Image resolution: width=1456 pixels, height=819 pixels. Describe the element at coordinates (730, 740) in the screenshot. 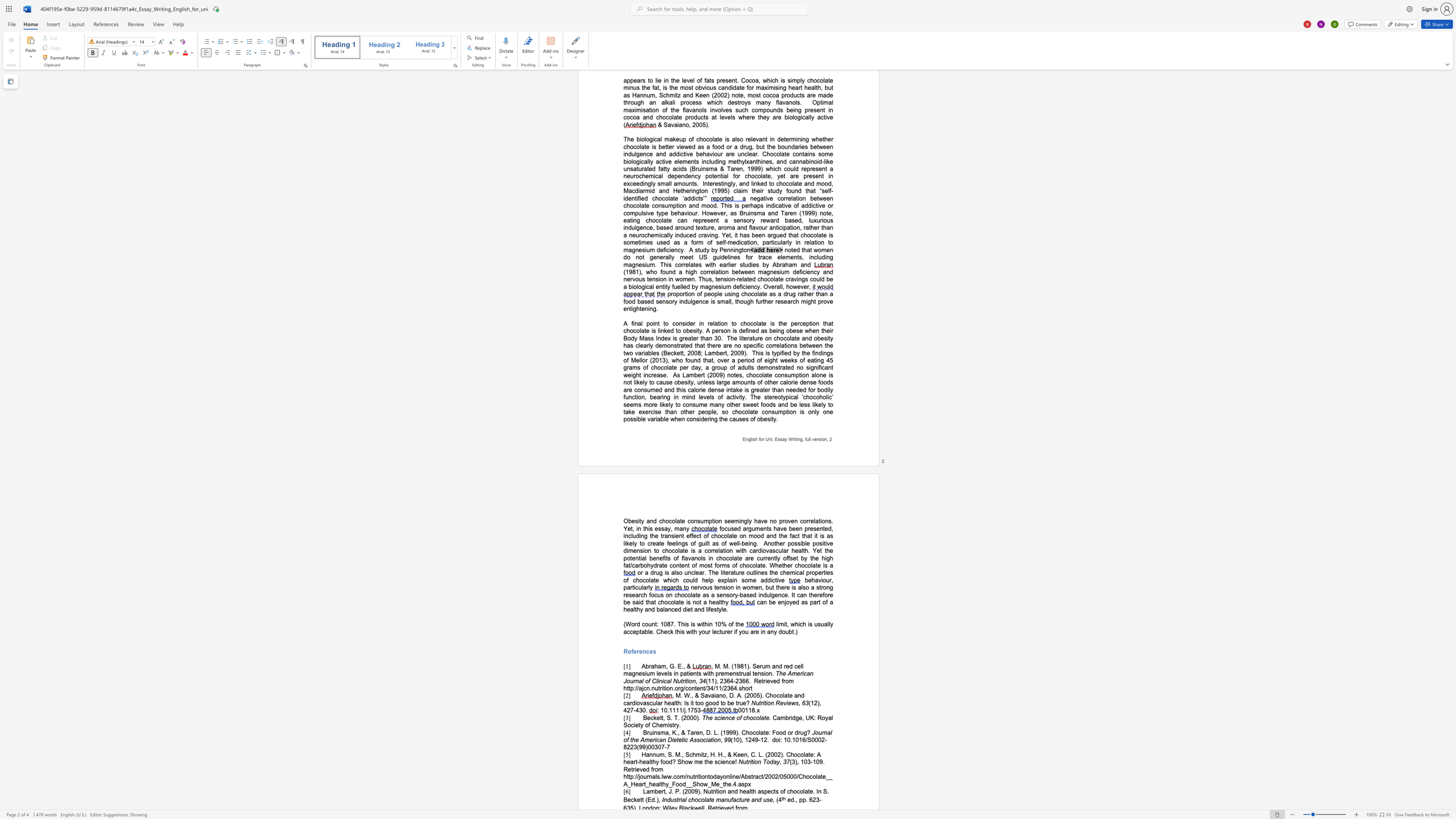

I see `the subset text "(10" within the text "(10), 1249-12."` at that location.